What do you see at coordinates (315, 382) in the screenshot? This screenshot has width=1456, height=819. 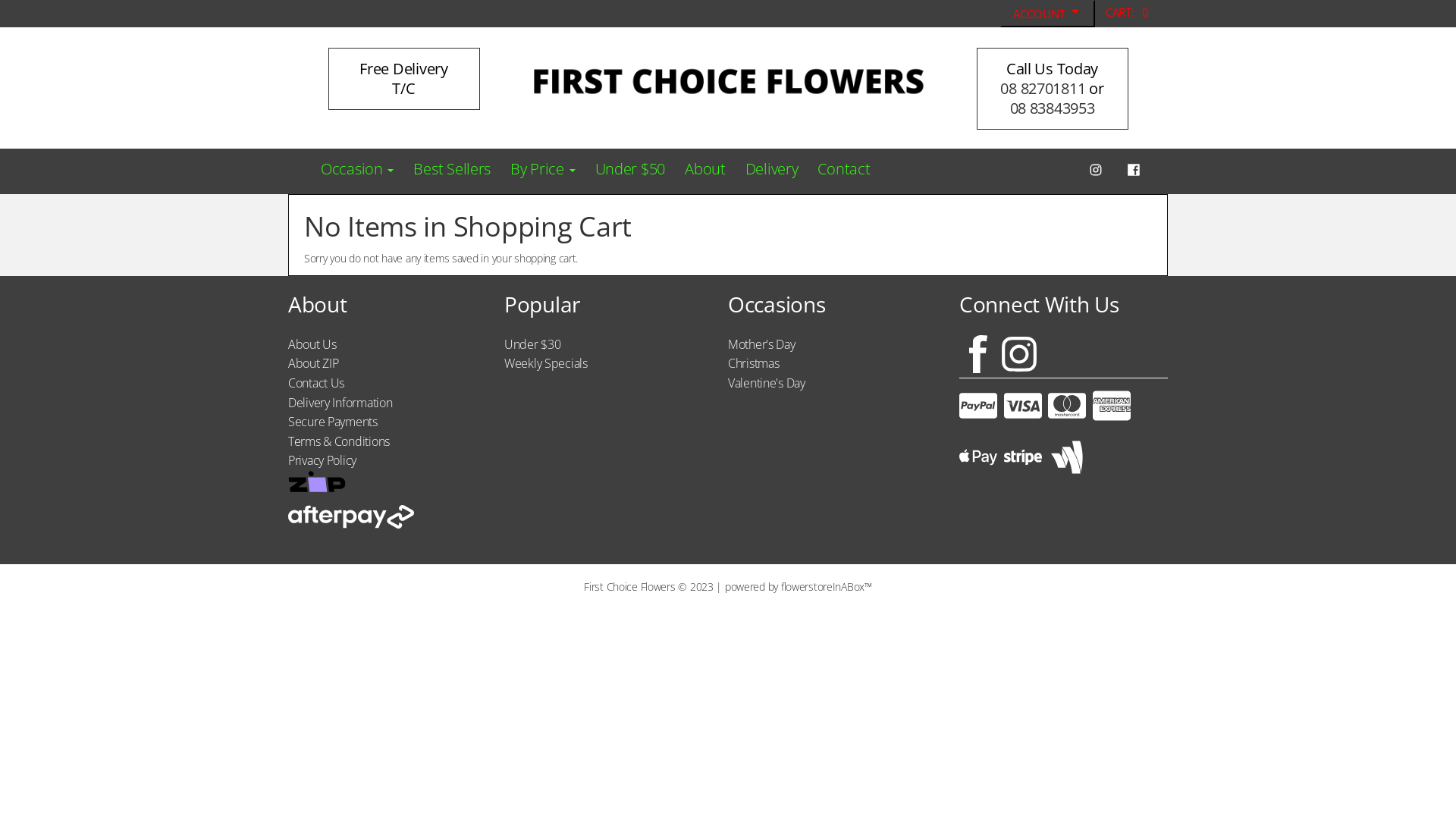 I see `'Contact Us'` at bounding box center [315, 382].